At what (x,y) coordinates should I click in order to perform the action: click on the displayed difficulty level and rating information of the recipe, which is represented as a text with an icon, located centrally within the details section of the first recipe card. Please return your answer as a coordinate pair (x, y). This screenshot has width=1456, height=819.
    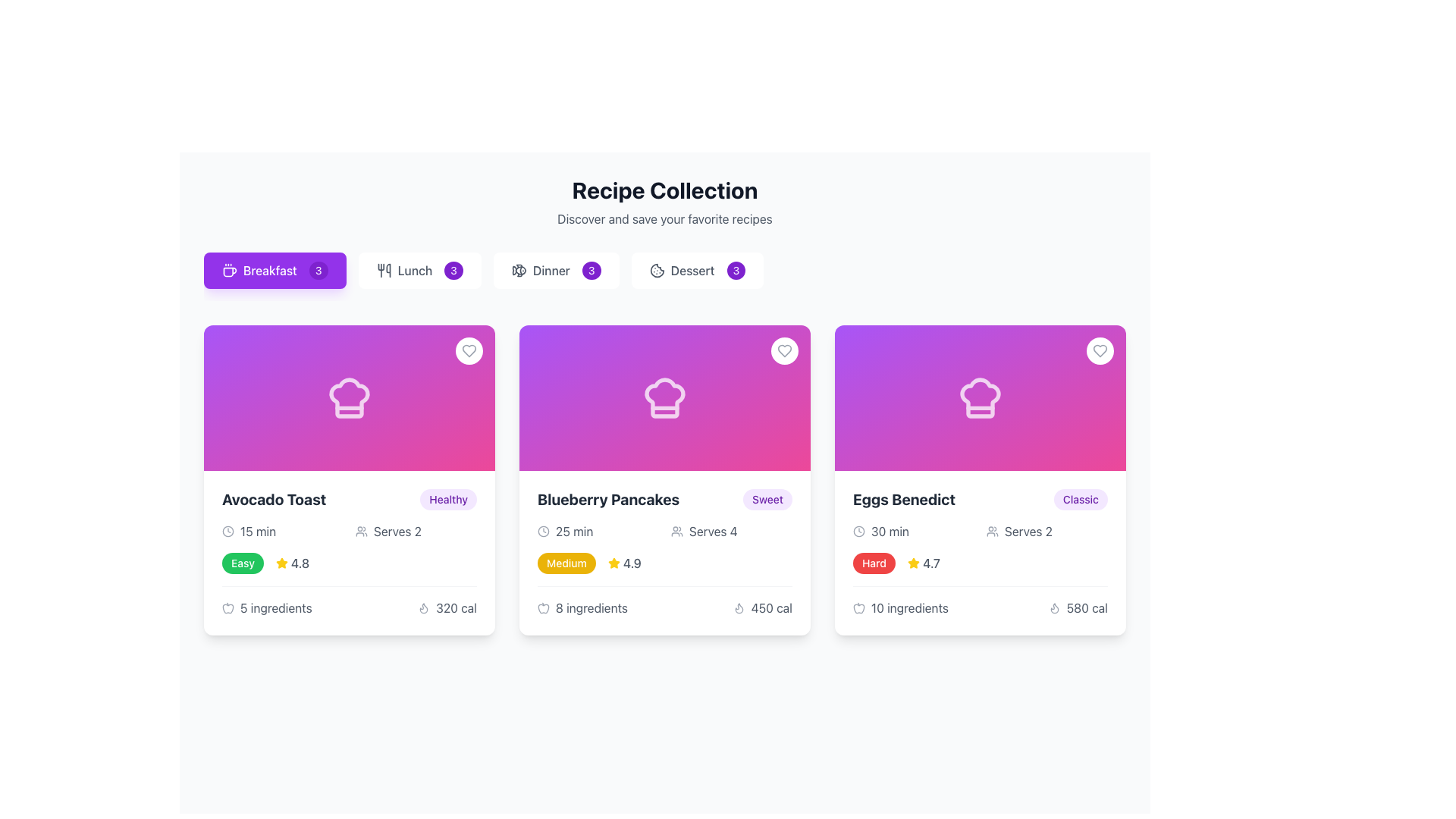
    Looking at the image, I should click on (348, 563).